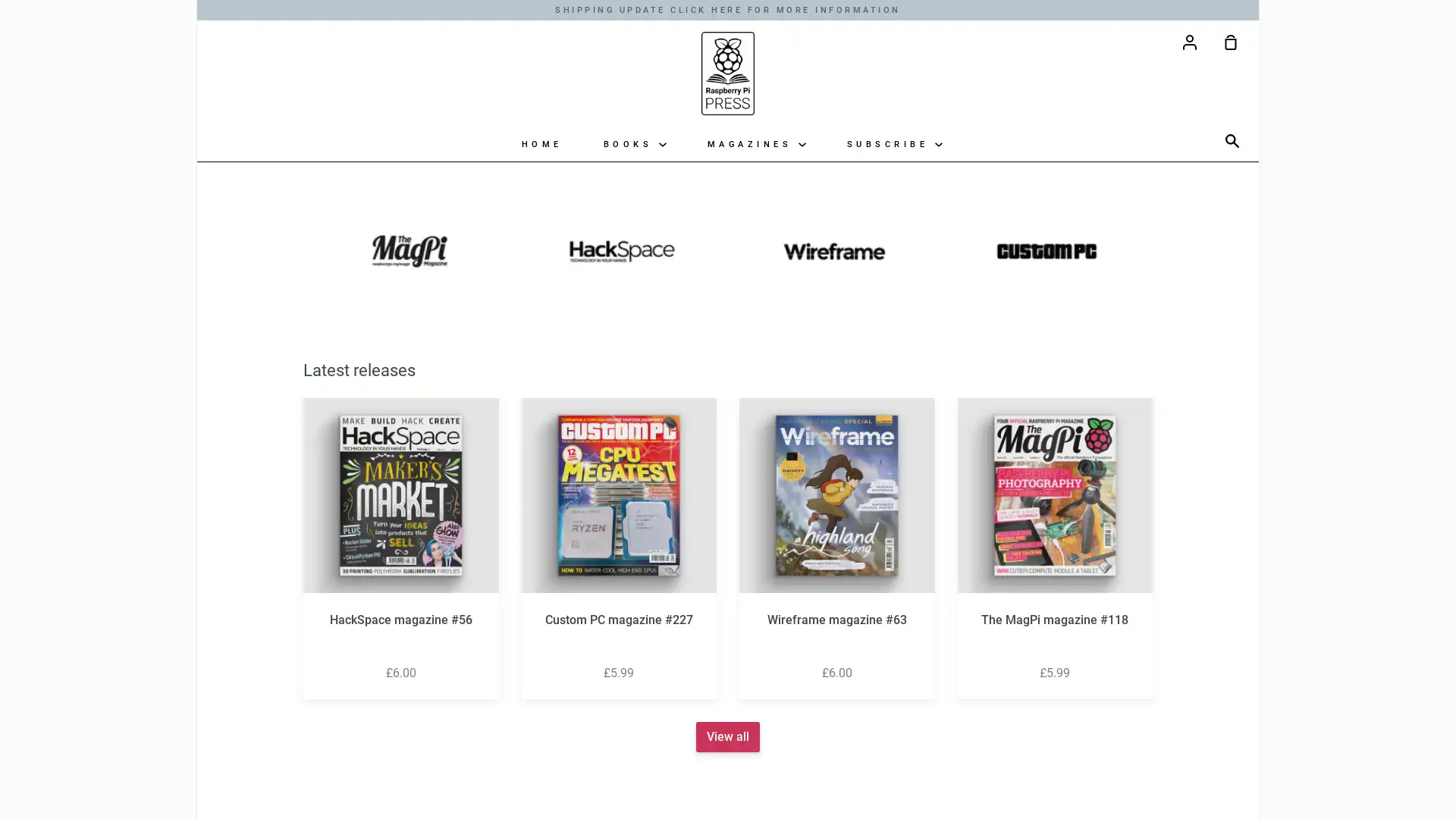  Describe the element at coordinates (726, 510) in the screenshot. I see `Change shipping country` at that location.